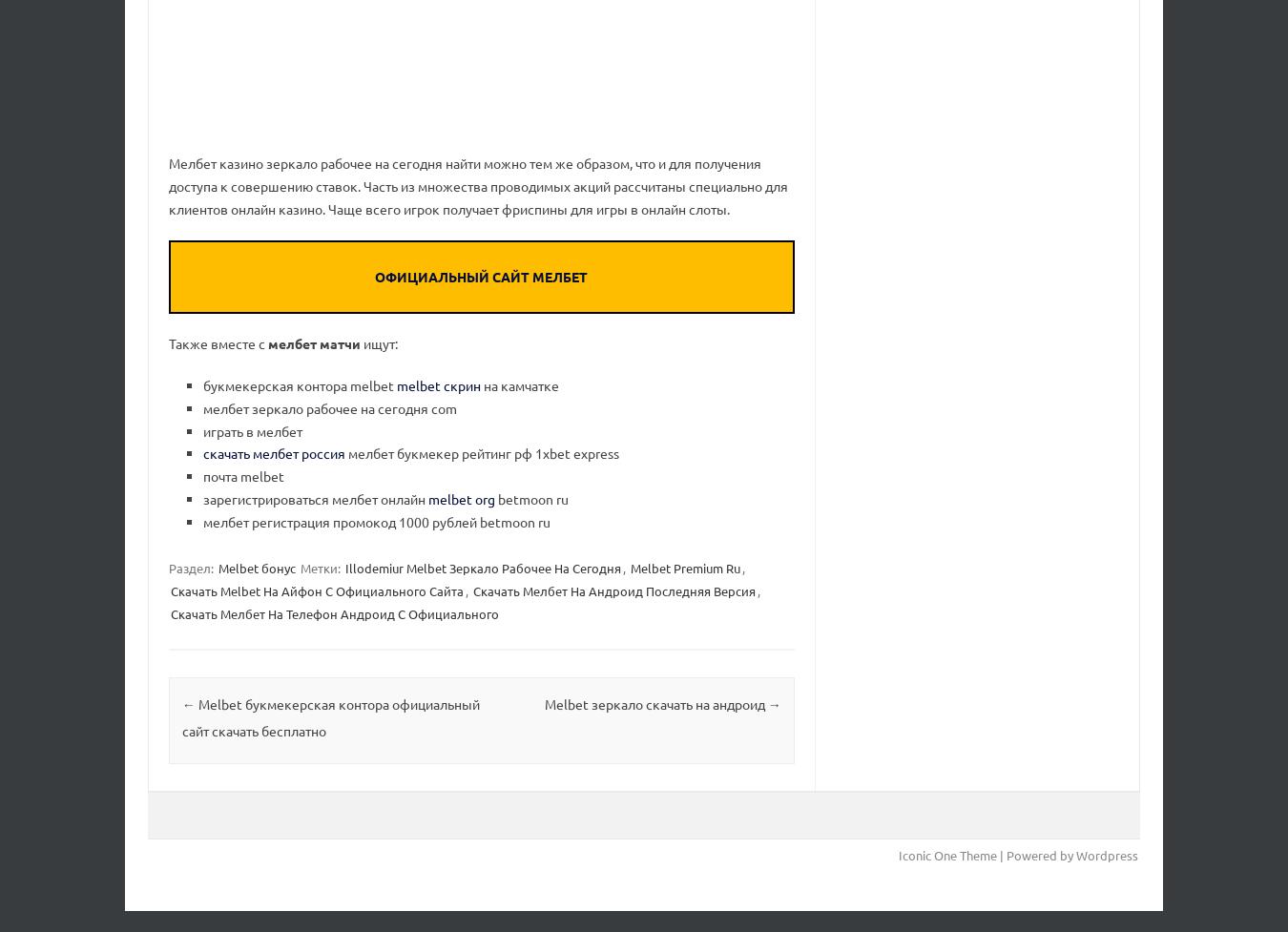 The width and height of the screenshot is (1288, 932). I want to click on 'betmoon ru', so click(530, 497).